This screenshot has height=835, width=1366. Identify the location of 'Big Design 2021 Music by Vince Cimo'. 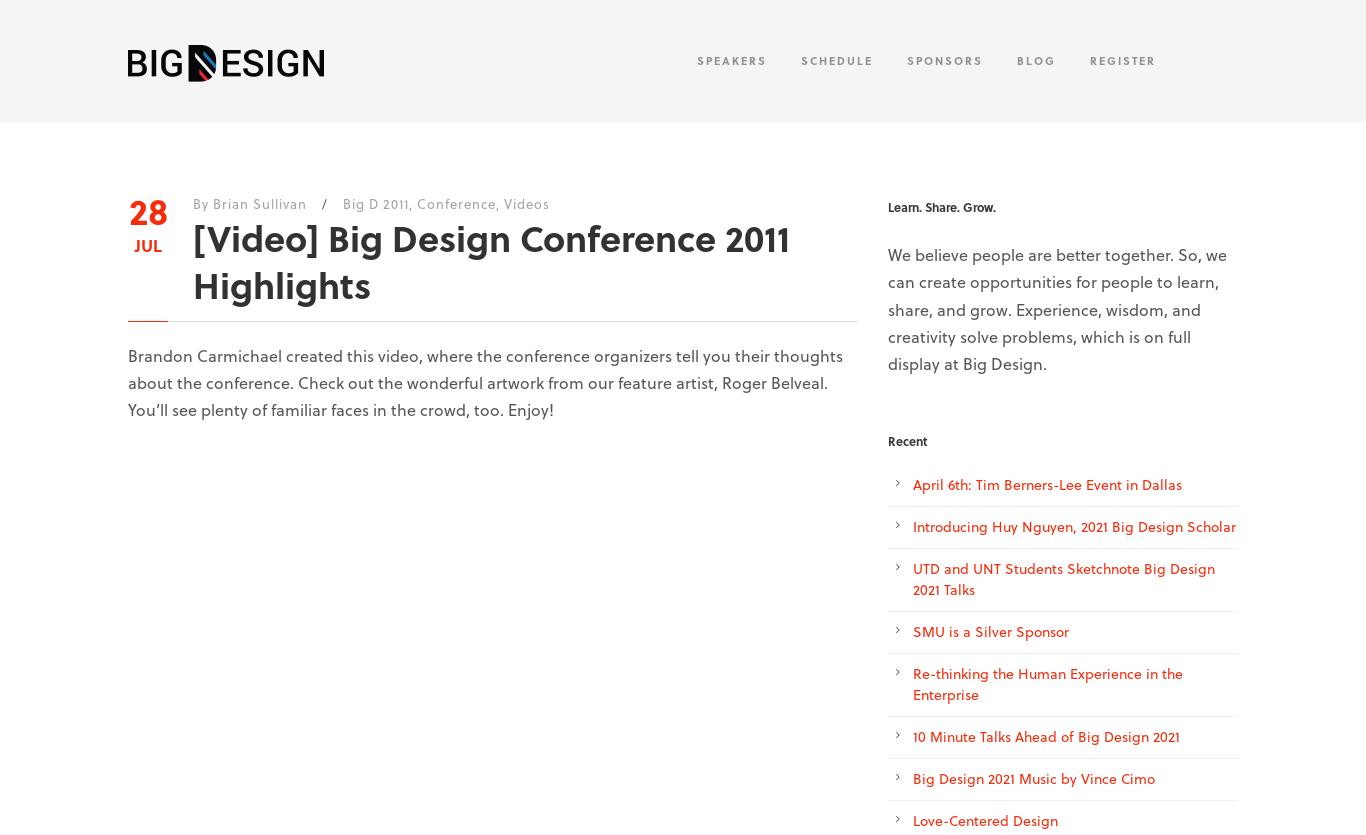
(1033, 777).